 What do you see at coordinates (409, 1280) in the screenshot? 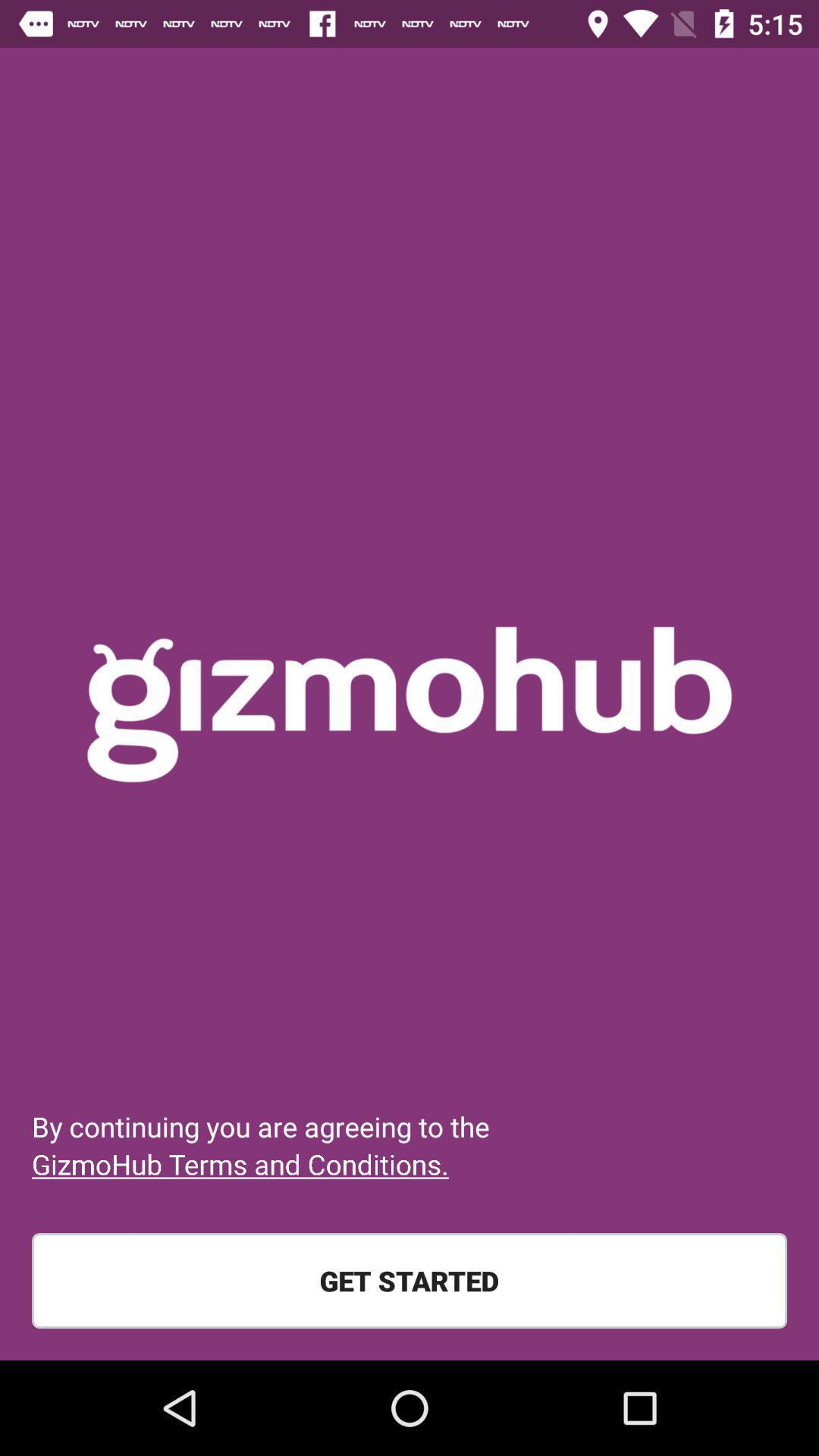
I see `item below gizmohub terms and icon` at bounding box center [409, 1280].